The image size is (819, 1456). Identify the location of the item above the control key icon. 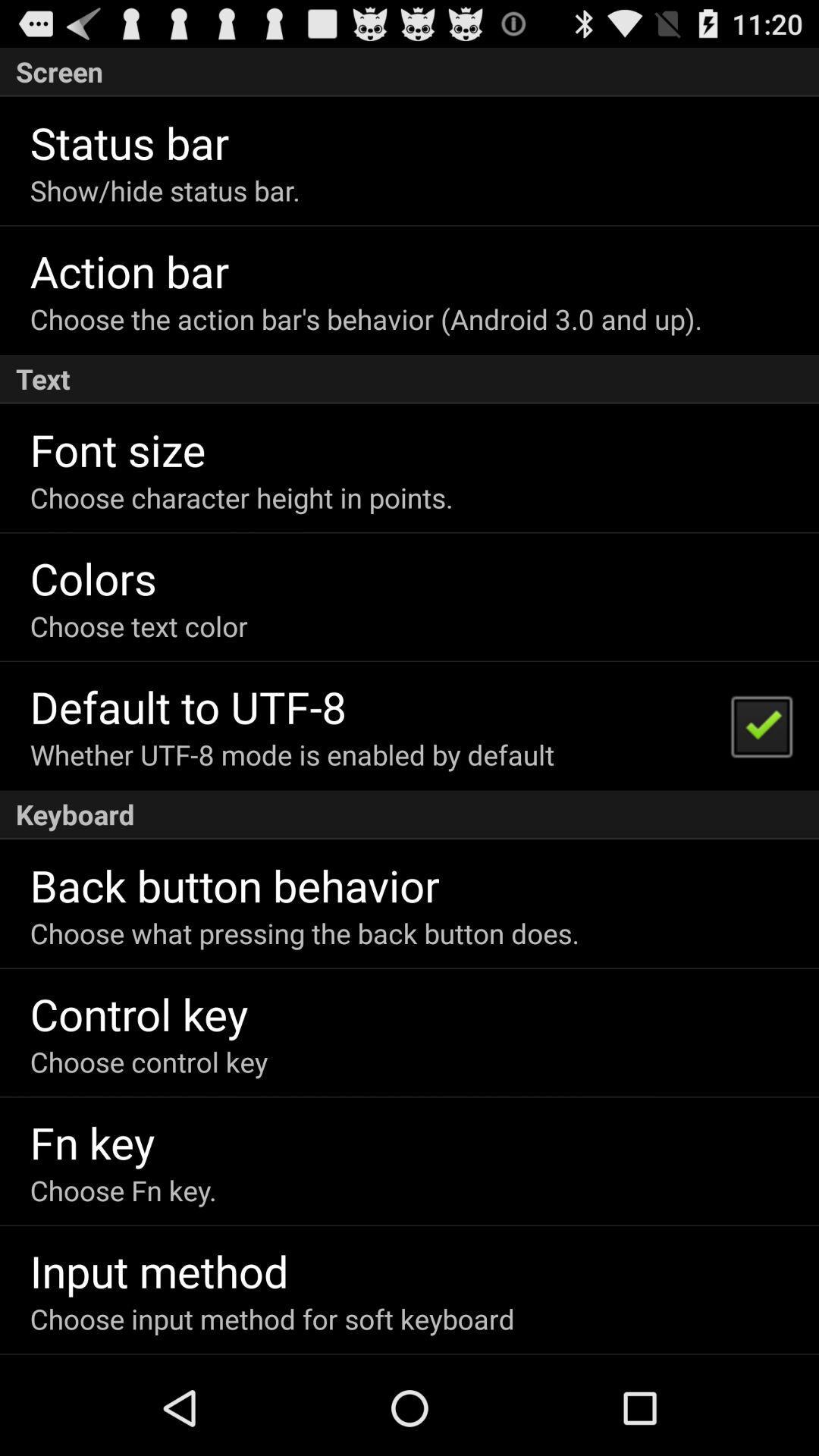
(304, 932).